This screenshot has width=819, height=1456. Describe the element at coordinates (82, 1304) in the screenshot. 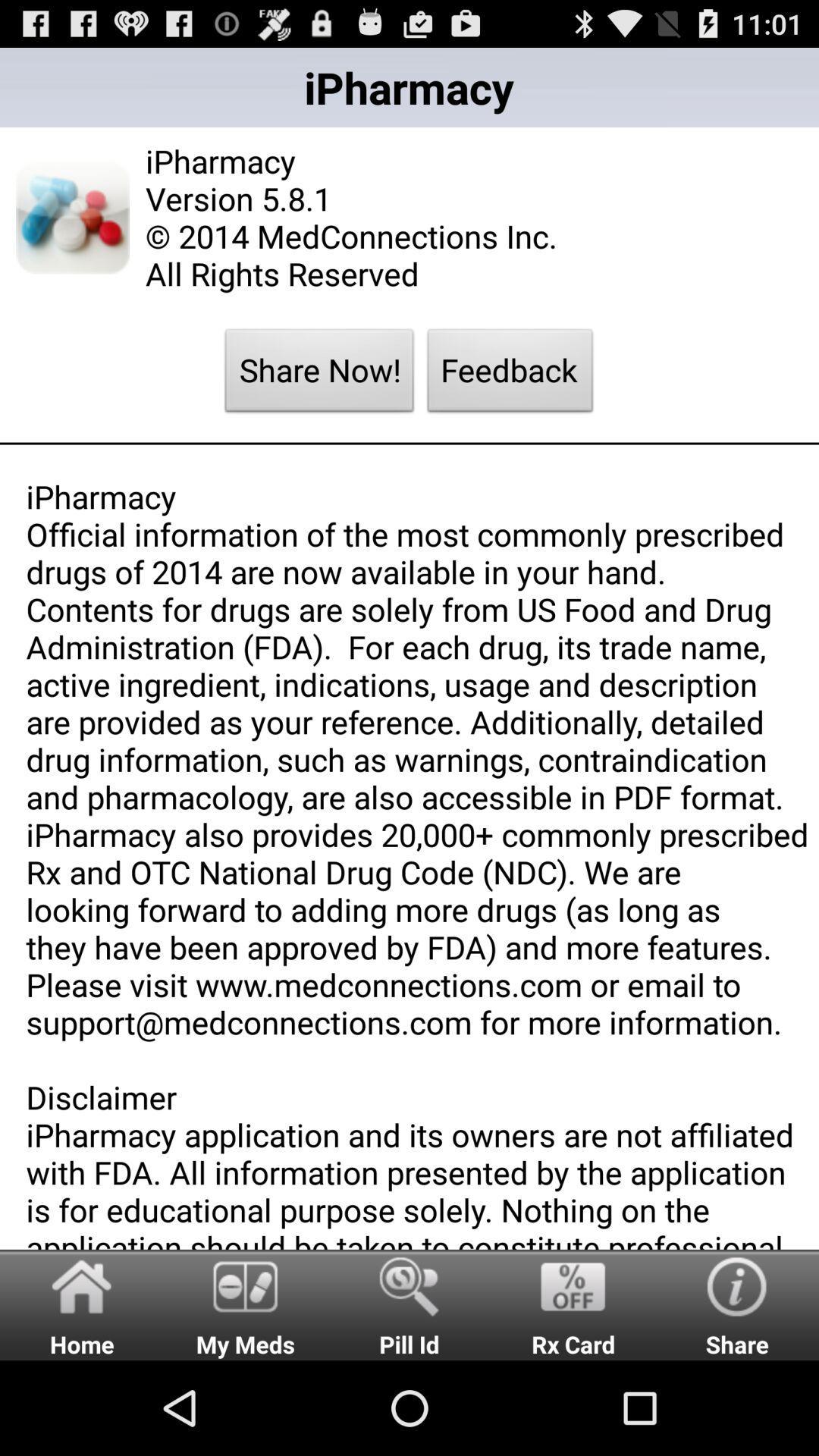

I see `radio button to the left of the my meds radio button` at that location.